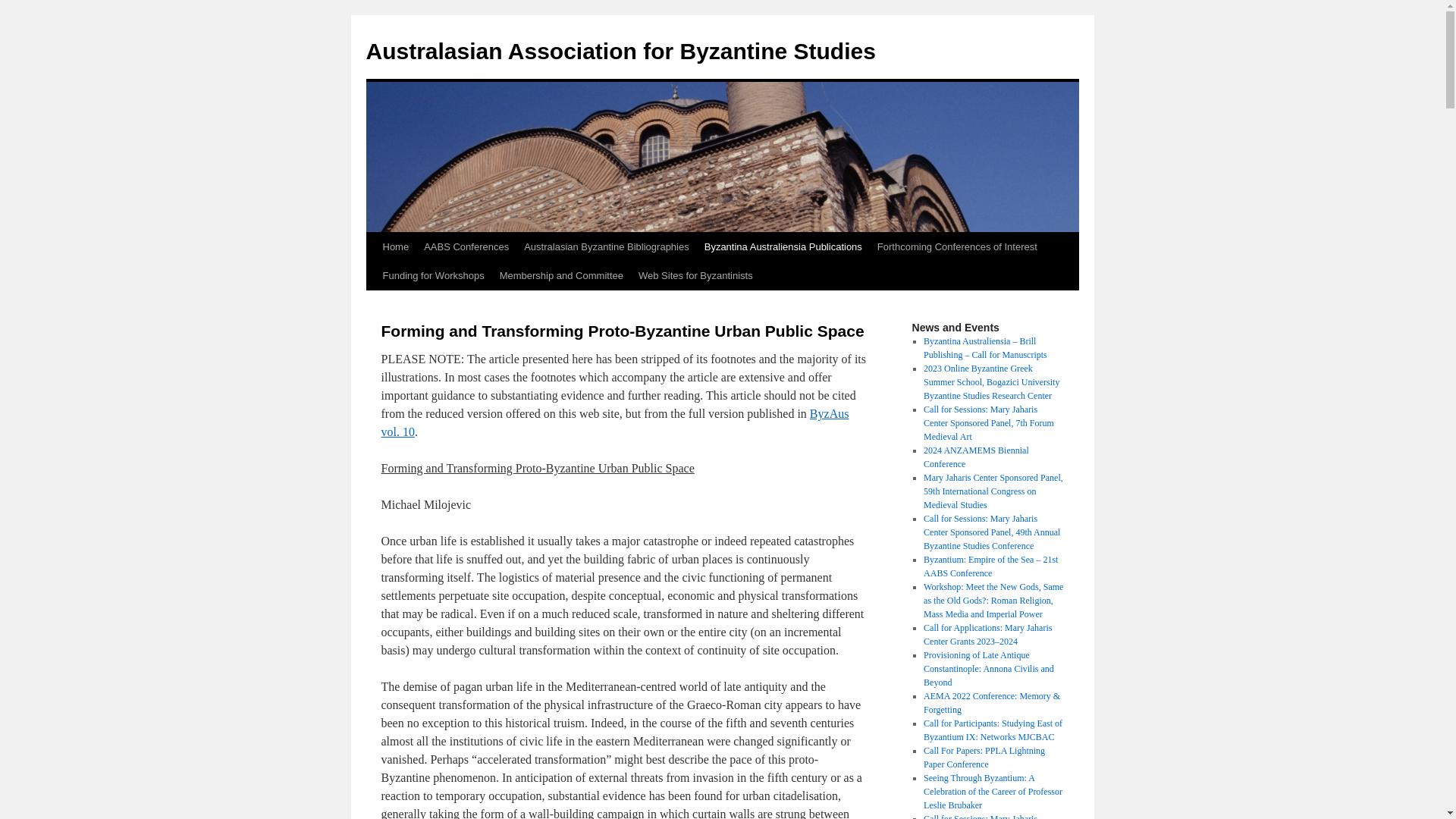  I want to click on 'Call For Papers: PPLA Lightning Paper Conference', so click(984, 758).